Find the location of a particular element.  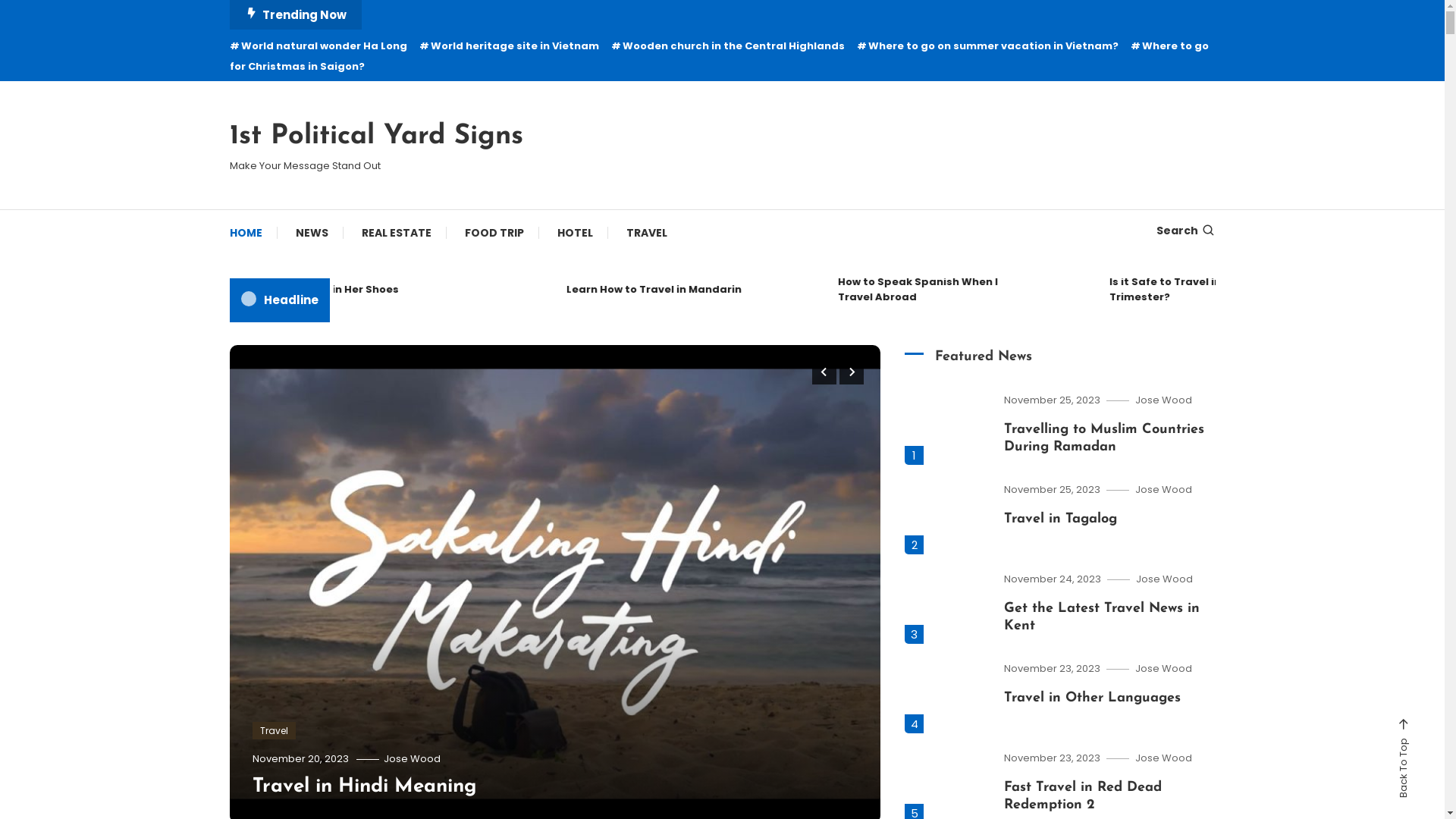

'November 25, 2023' is located at coordinates (1004, 399).